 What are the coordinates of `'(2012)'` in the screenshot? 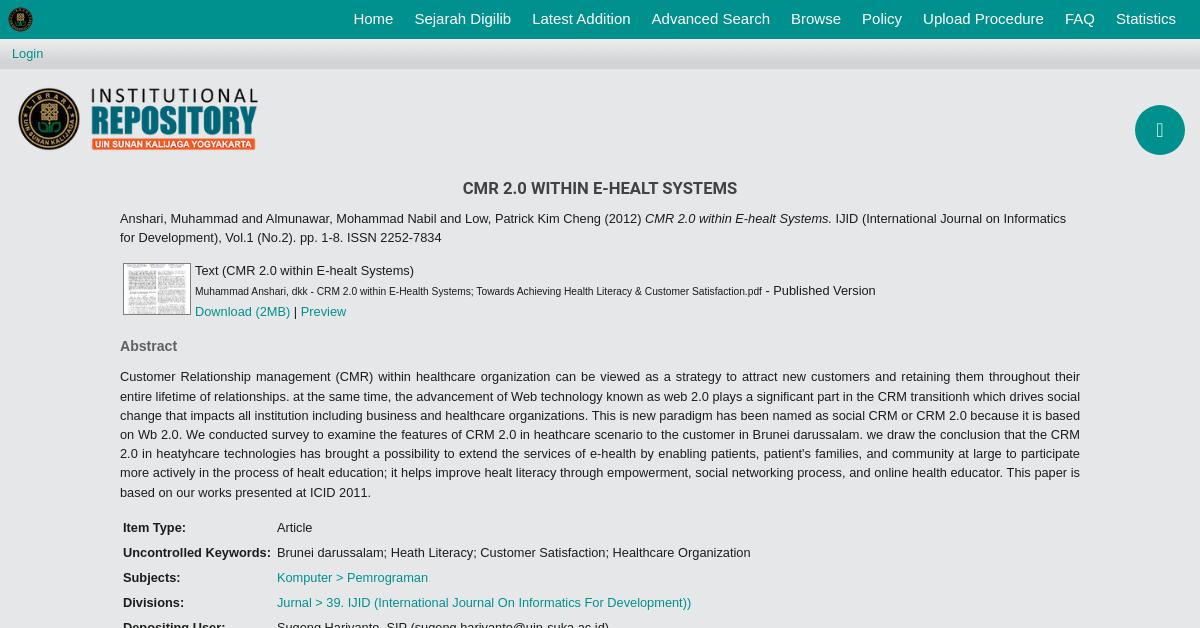 It's located at (621, 217).